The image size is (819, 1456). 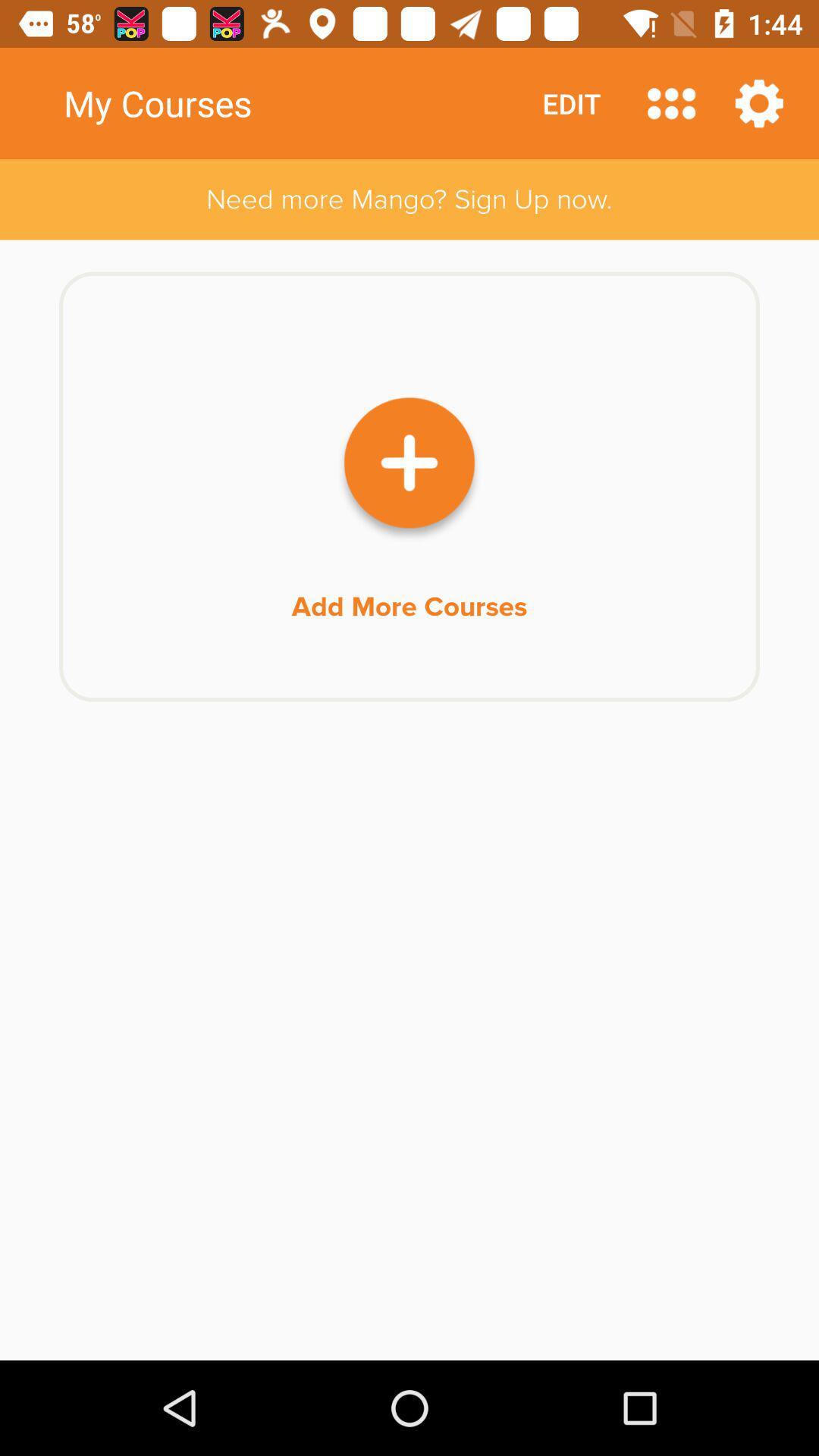 What do you see at coordinates (409, 199) in the screenshot?
I see `need more mango` at bounding box center [409, 199].